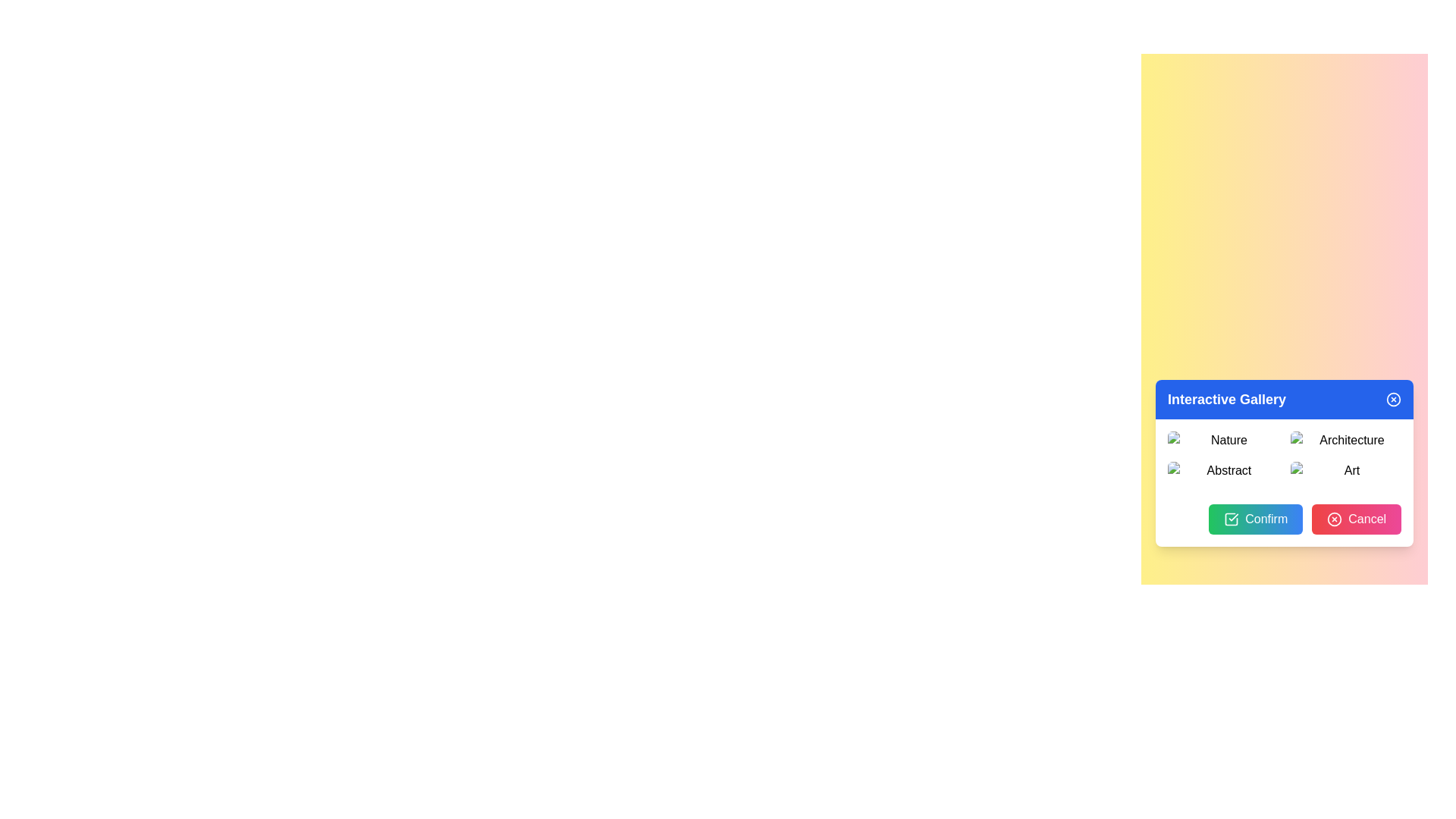  Describe the element at coordinates (1222, 441) in the screenshot. I see `the text label displaying 'Nature' in bold white font, located in the 'Interactive Gallery' modal above the leftmost image placeholder` at that location.